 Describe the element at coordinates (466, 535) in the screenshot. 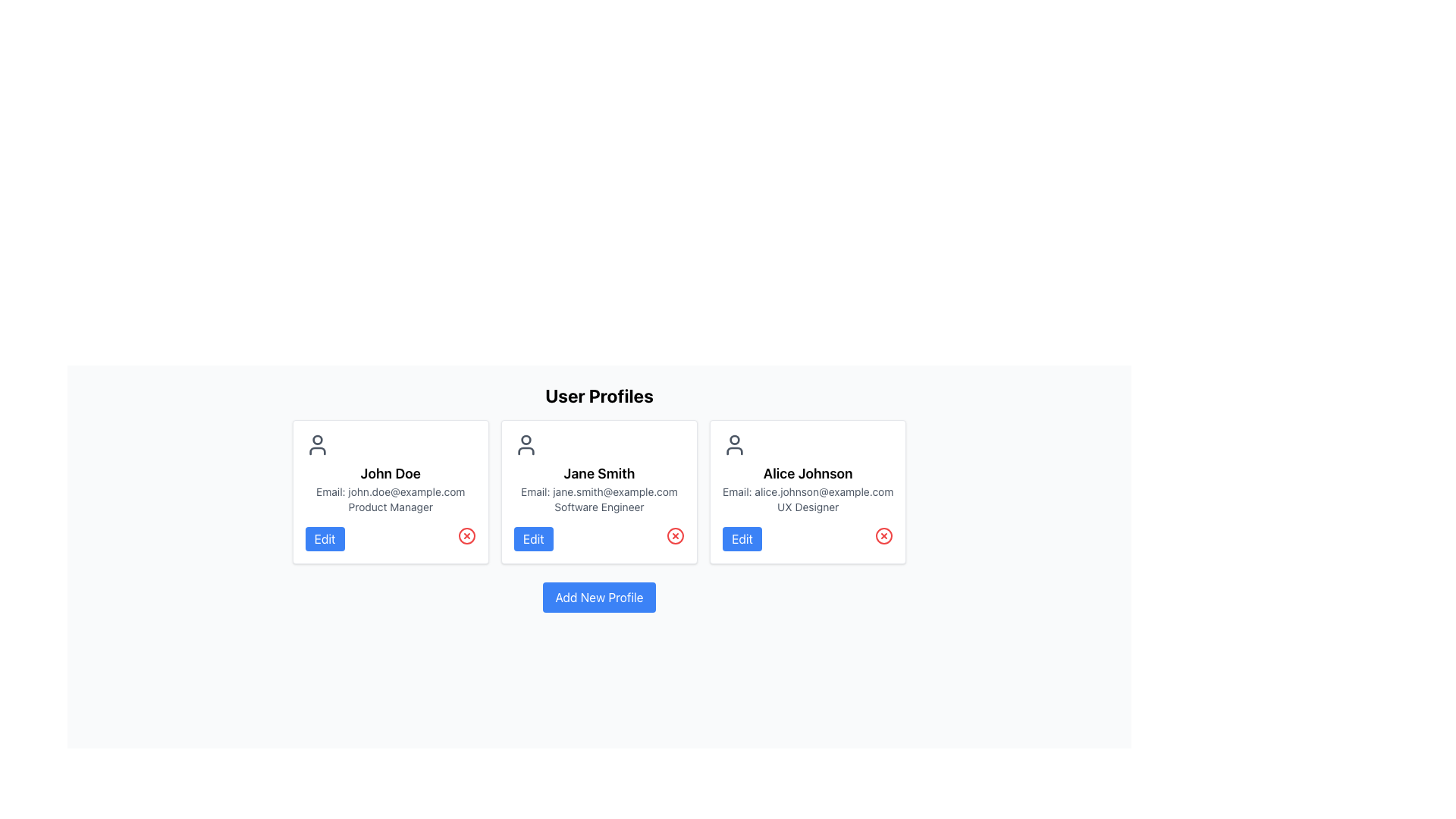

I see `the circular delete button with a red border and inner red 'X' symbol located at the bottom-right corner of the first profile card for 'John Doe'` at that location.